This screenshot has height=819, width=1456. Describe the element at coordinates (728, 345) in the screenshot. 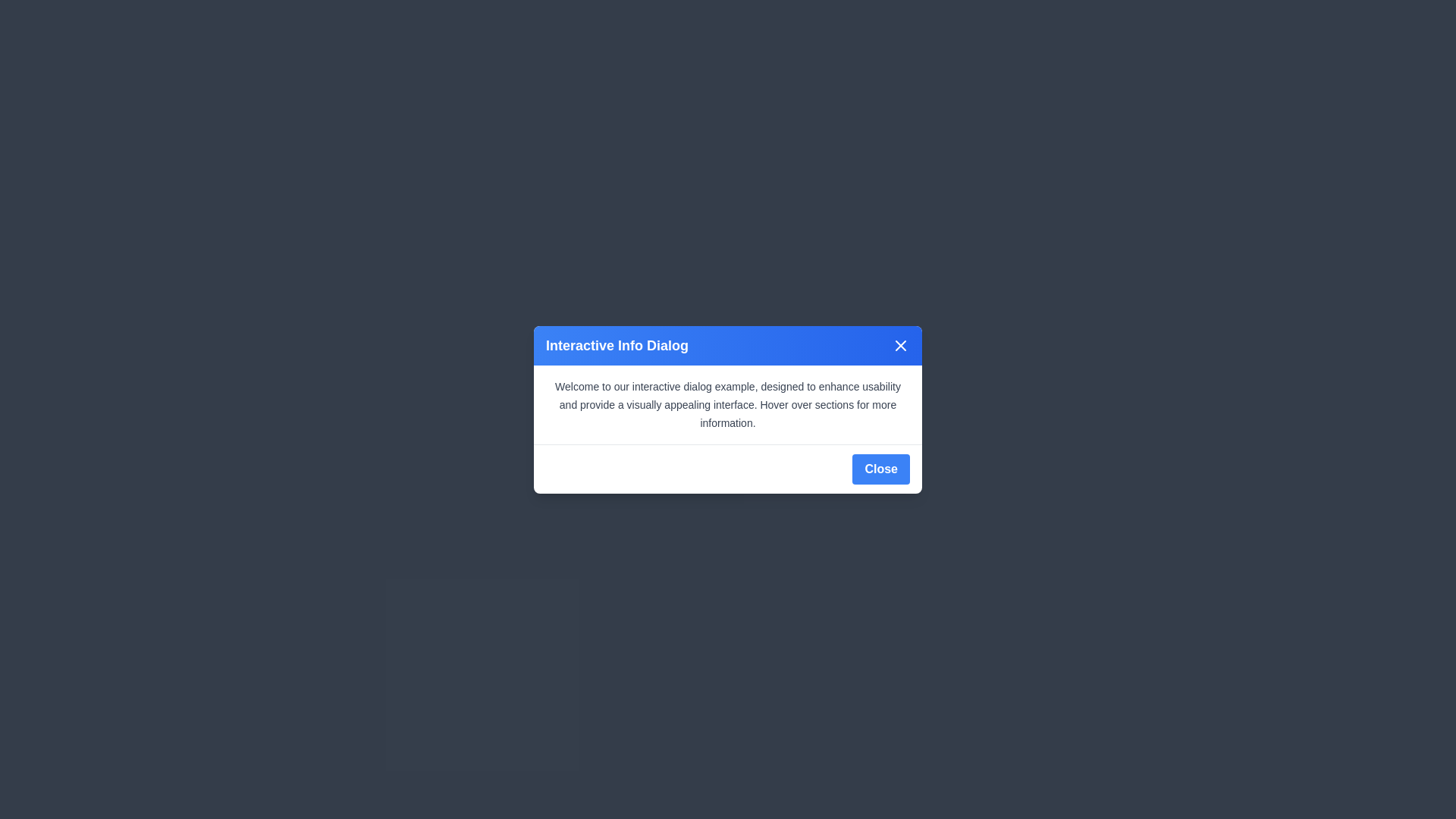

I see `the section titled header to reveal additional information` at that location.